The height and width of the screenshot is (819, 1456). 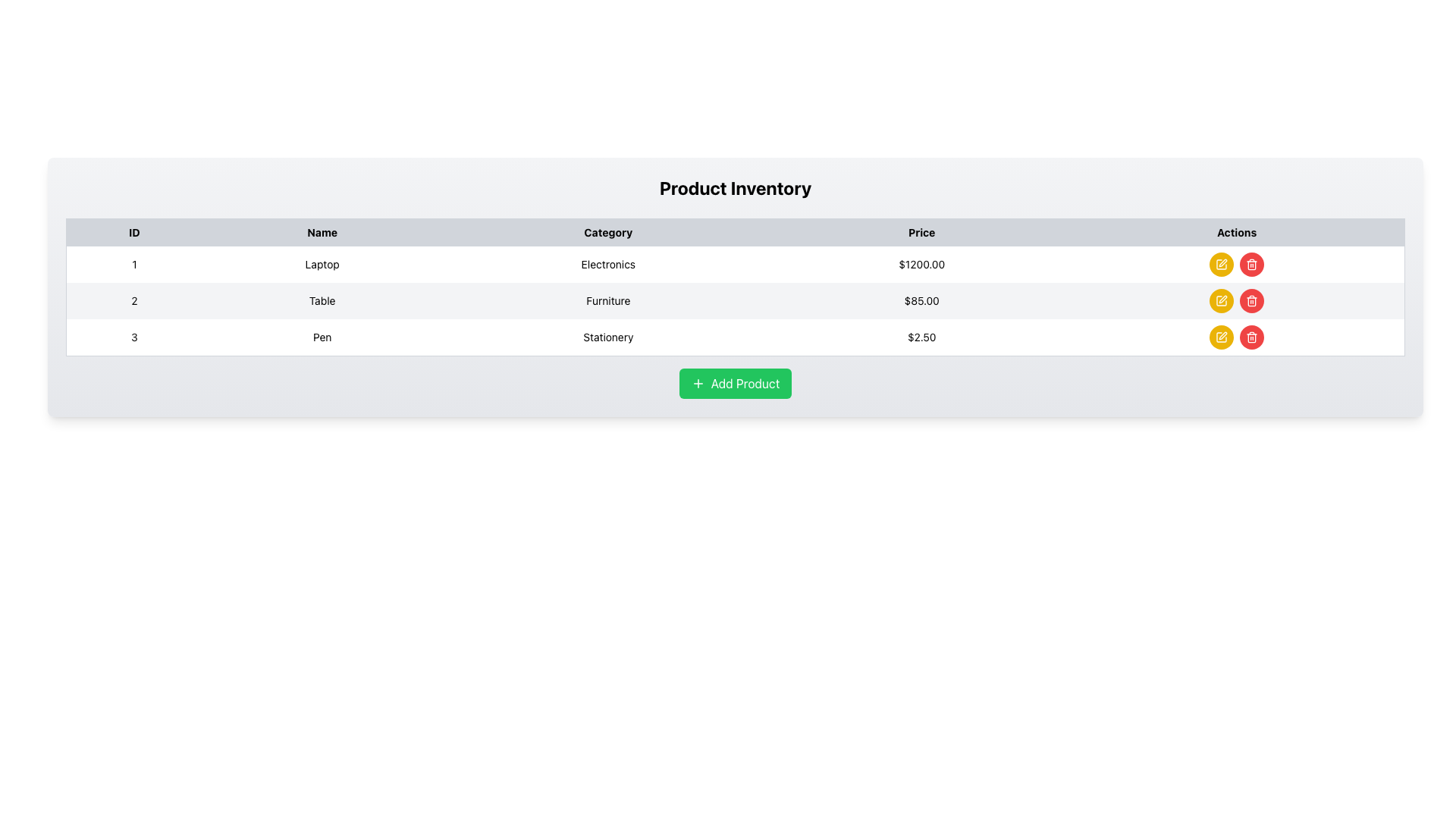 What do you see at coordinates (735, 301) in the screenshot?
I see `the second row of the Product Inventory table, which contains the ID '2', product name 'Table', category 'Furniture', and price '$85.00'` at bounding box center [735, 301].